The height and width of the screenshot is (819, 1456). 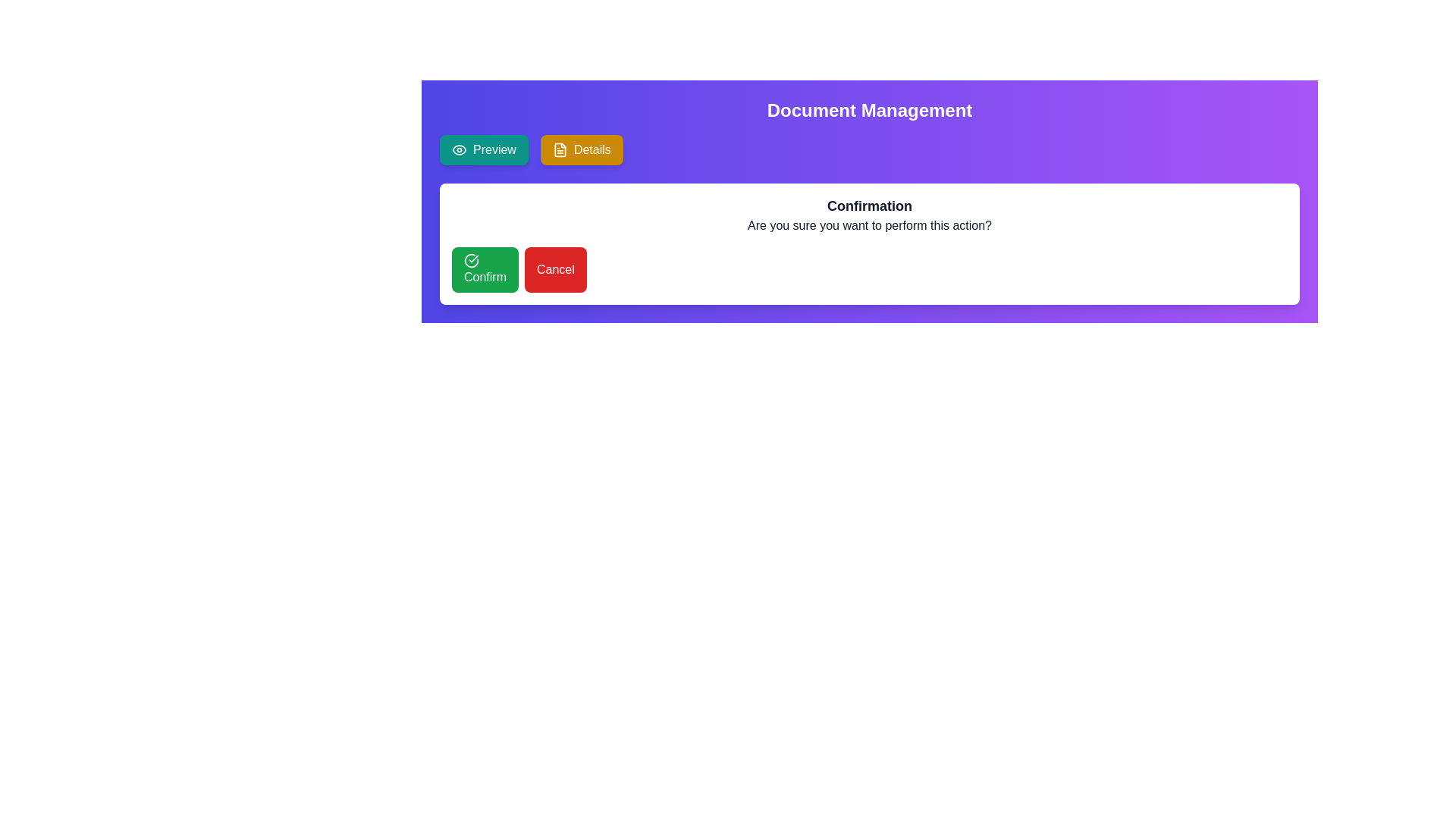 I want to click on the confirm button located on the left side of a two-button group in the lower-center part of the main content area to finalize the user action, so click(x=484, y=268).